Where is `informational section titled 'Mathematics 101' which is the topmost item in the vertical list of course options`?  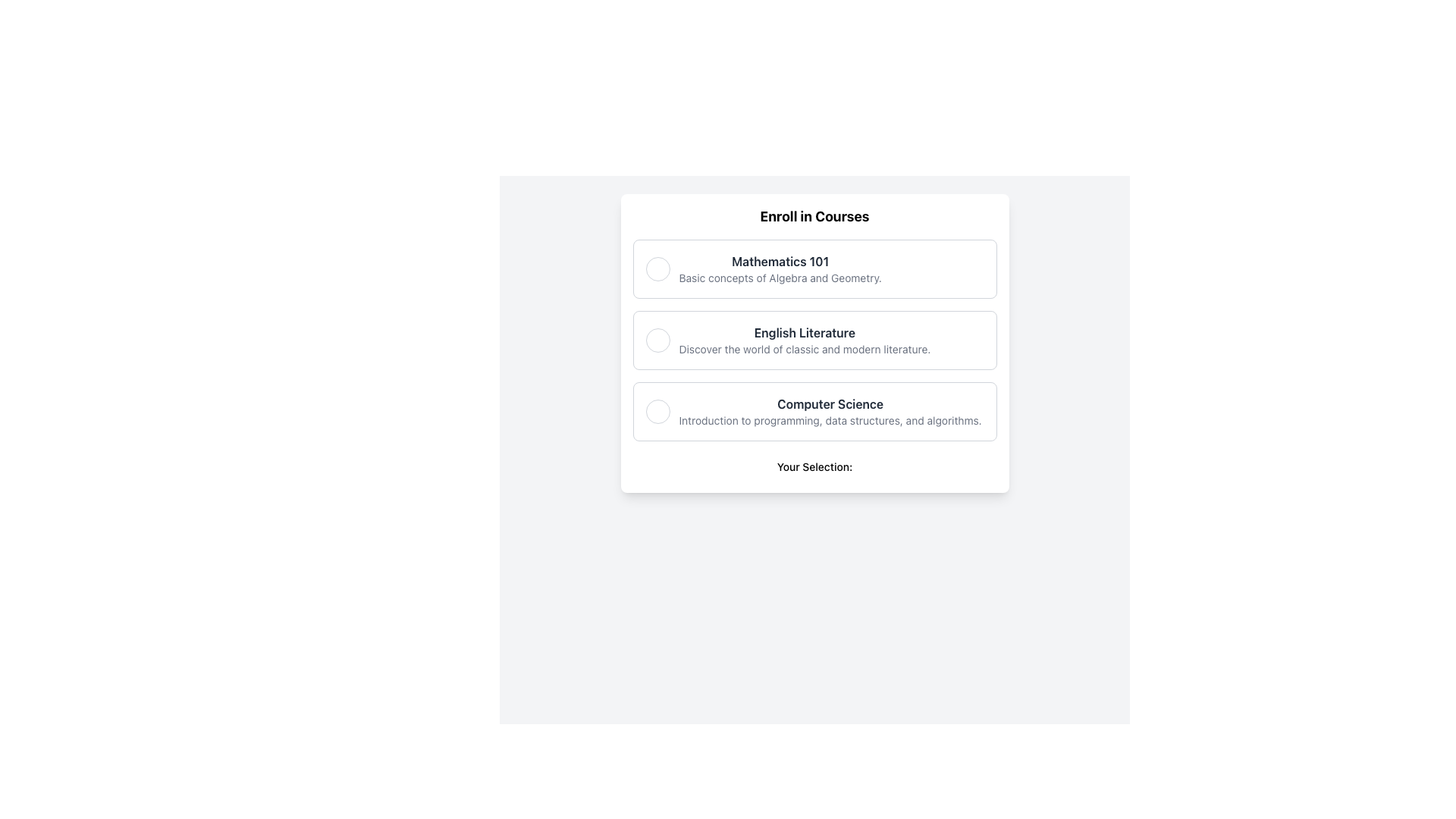
informational section titled 'Mathematics 101' which is the topmost item in the vertical list of course options is located at coordinates (814, 268).